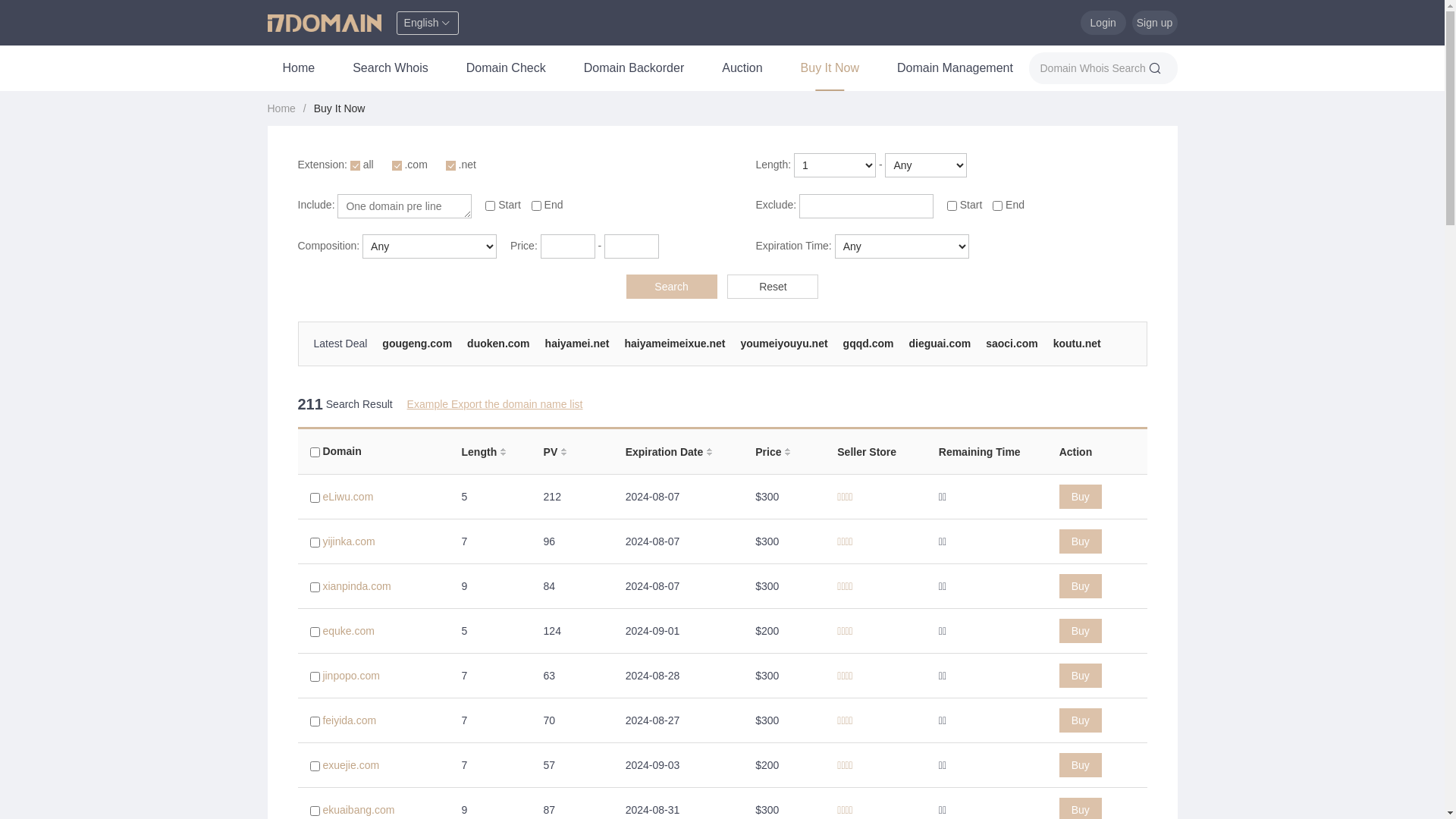  I want to click on 'duoken.com', so click(466, 343).